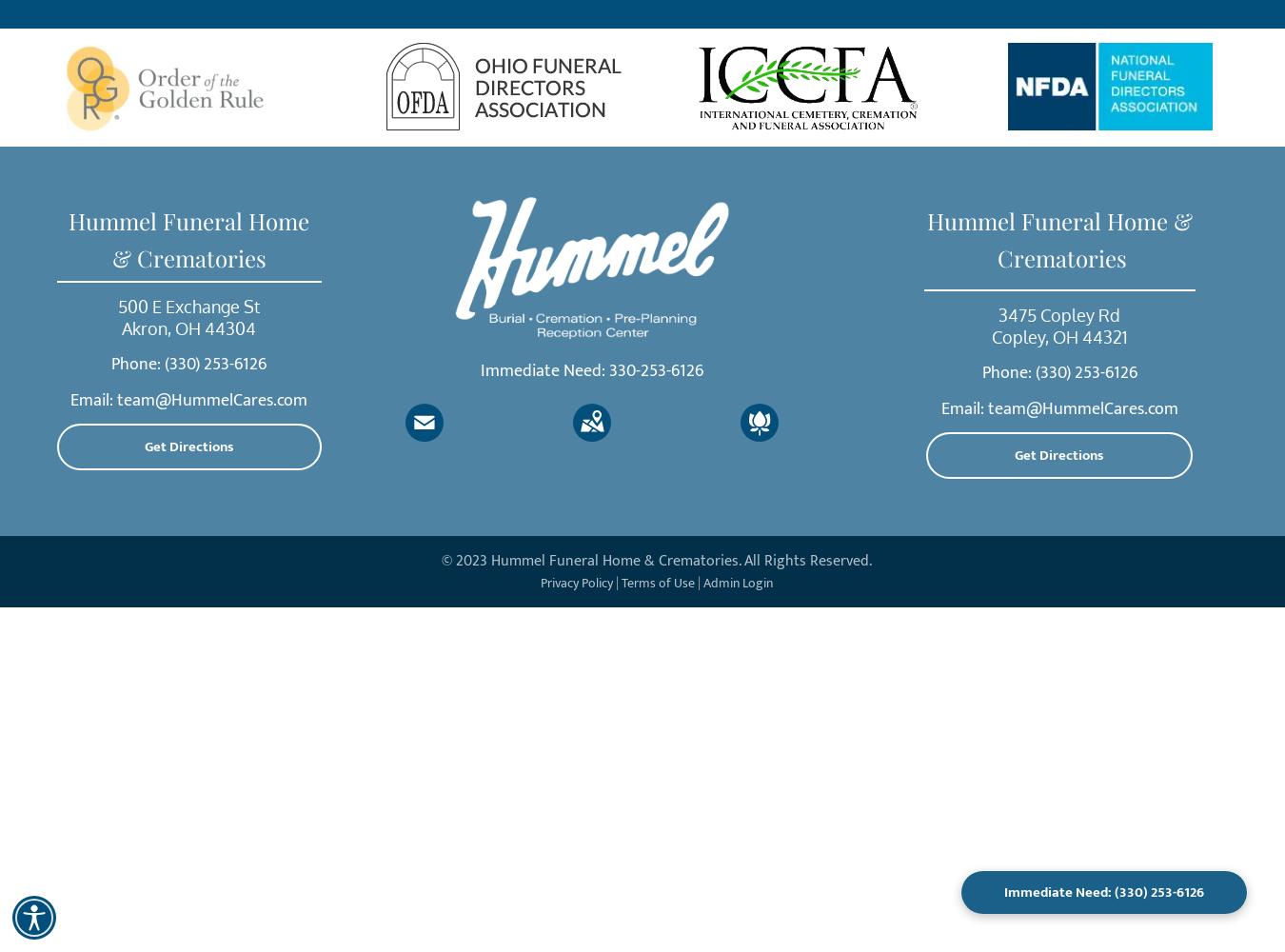 The image size is (1285, 952). What do you see at coordinates (736, 582) in the screenshot?
I see `'Admin Login'` at bounding box center [736, 582].